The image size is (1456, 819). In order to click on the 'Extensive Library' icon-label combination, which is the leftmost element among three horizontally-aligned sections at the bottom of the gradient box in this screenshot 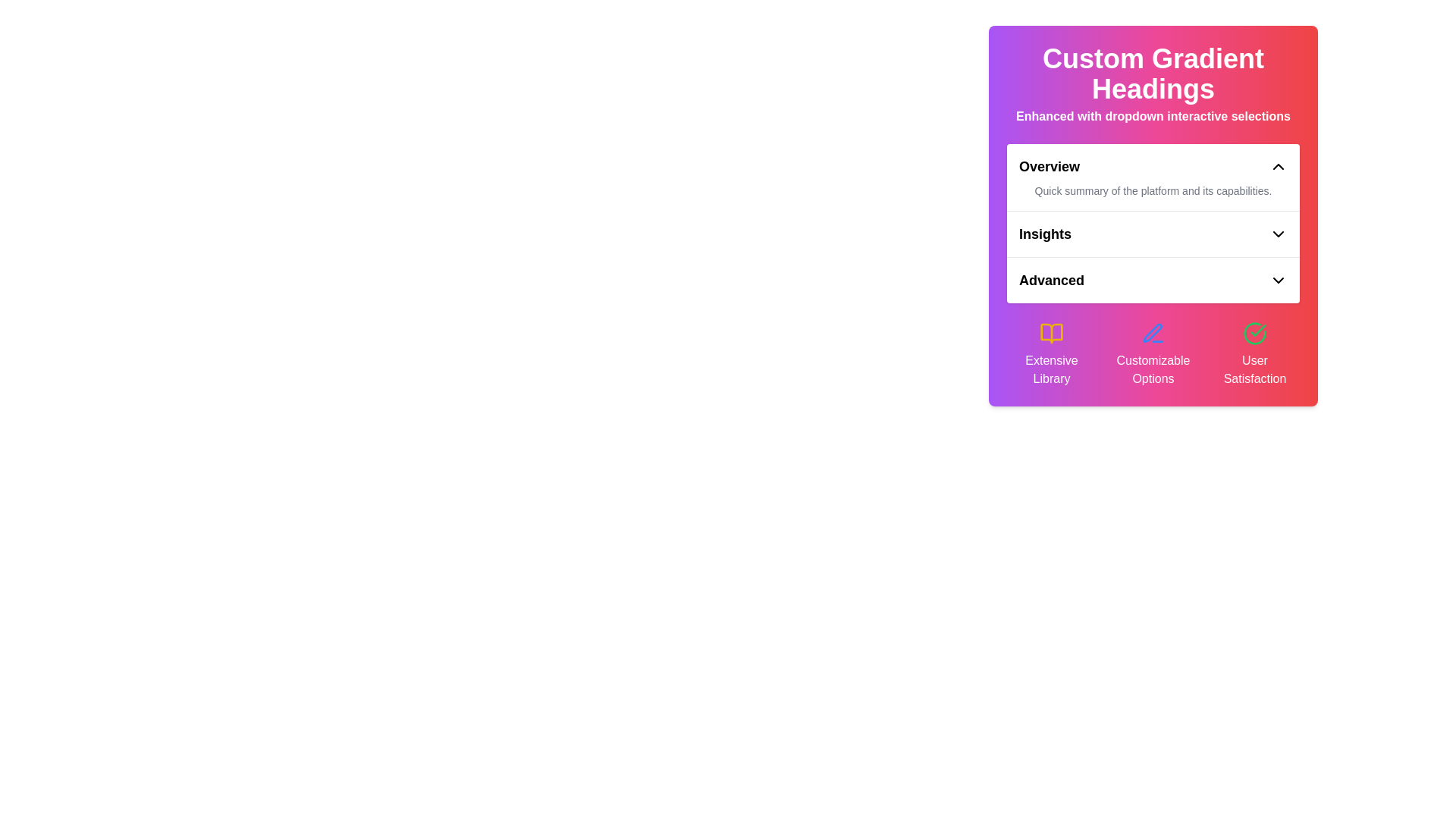, I will do `click(1051, 354)`.